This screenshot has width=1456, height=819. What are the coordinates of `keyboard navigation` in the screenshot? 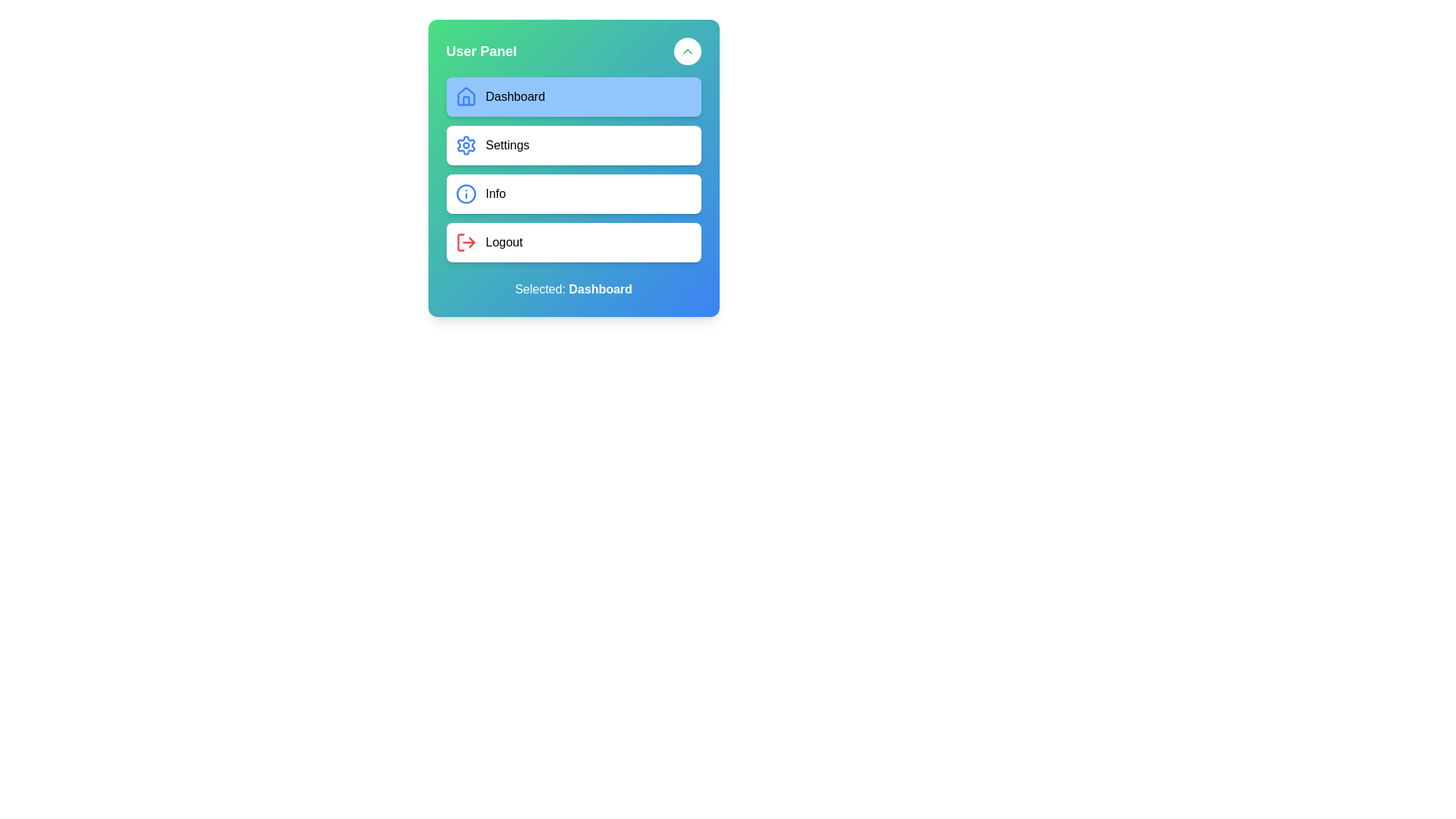 It's located at (573, 168).